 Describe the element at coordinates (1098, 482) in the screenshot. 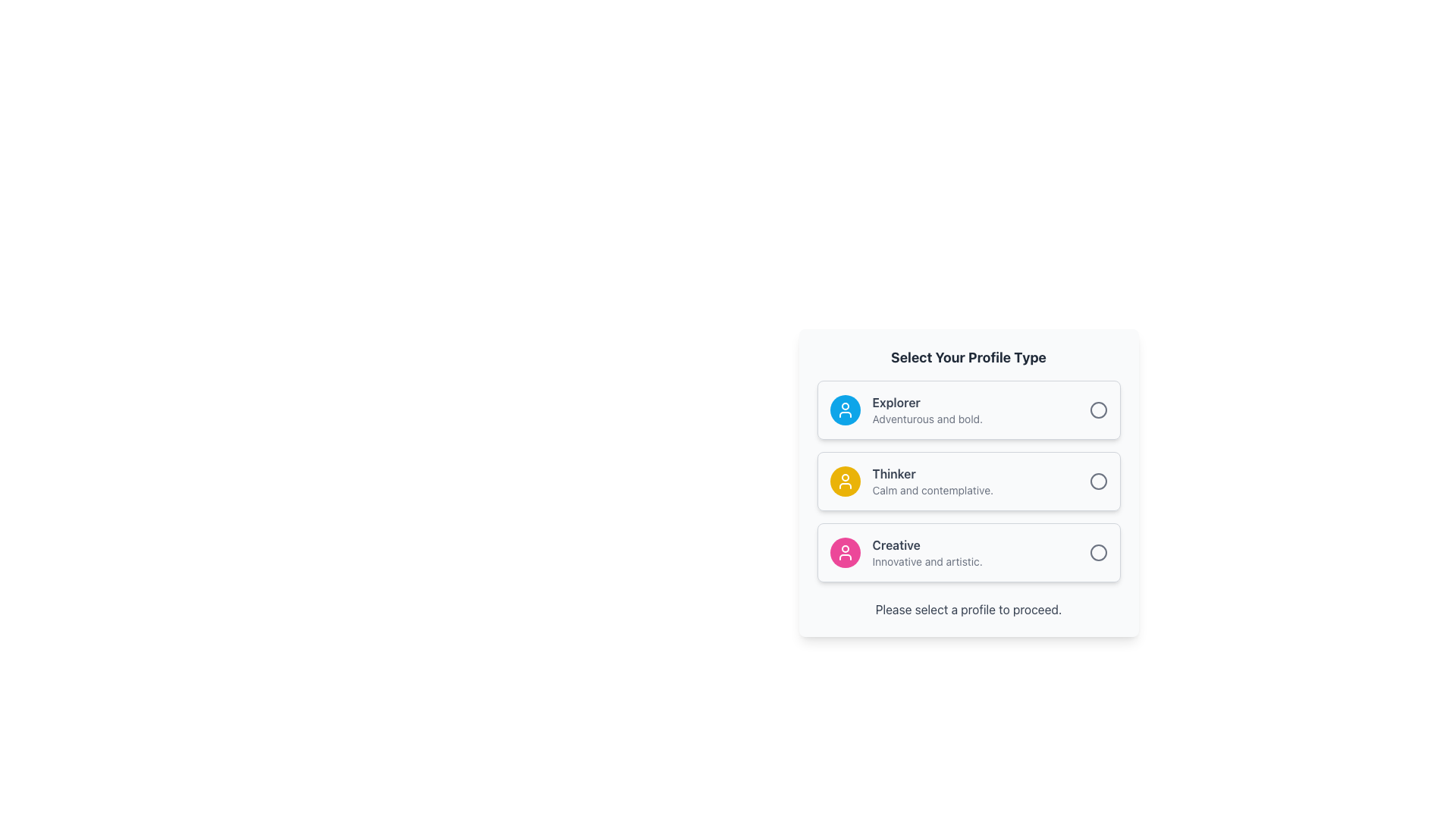

I see `the Toggle button for selecting the 'Thinker' profile located in the 'Select Your Profile Type' list, positioned to the far right of the section's content` at that location.